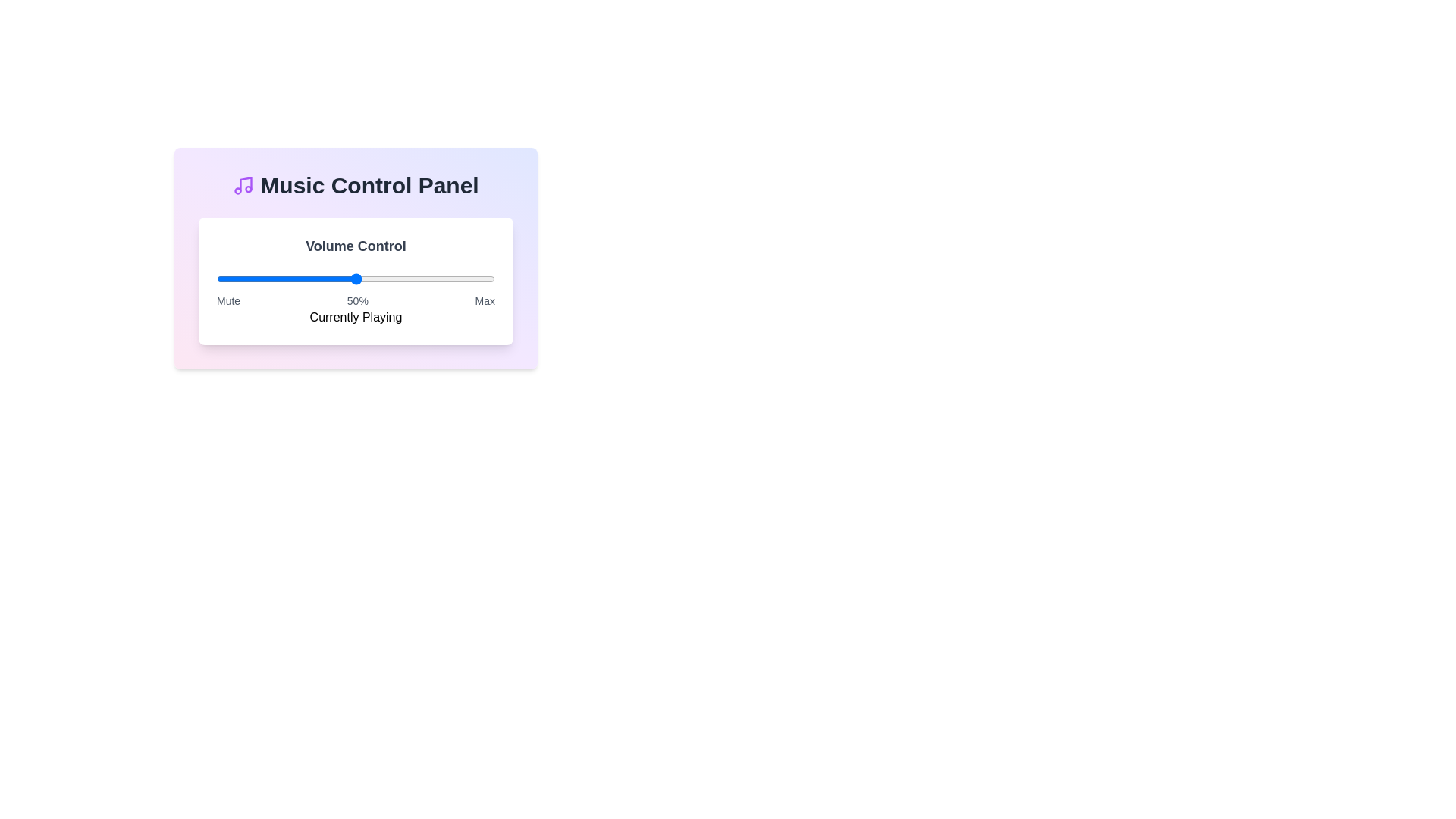  What do you see at coordinates (477, 278) in the screenshot?
I see `the volume slider to 94% level` at bounding box center [477, 278].